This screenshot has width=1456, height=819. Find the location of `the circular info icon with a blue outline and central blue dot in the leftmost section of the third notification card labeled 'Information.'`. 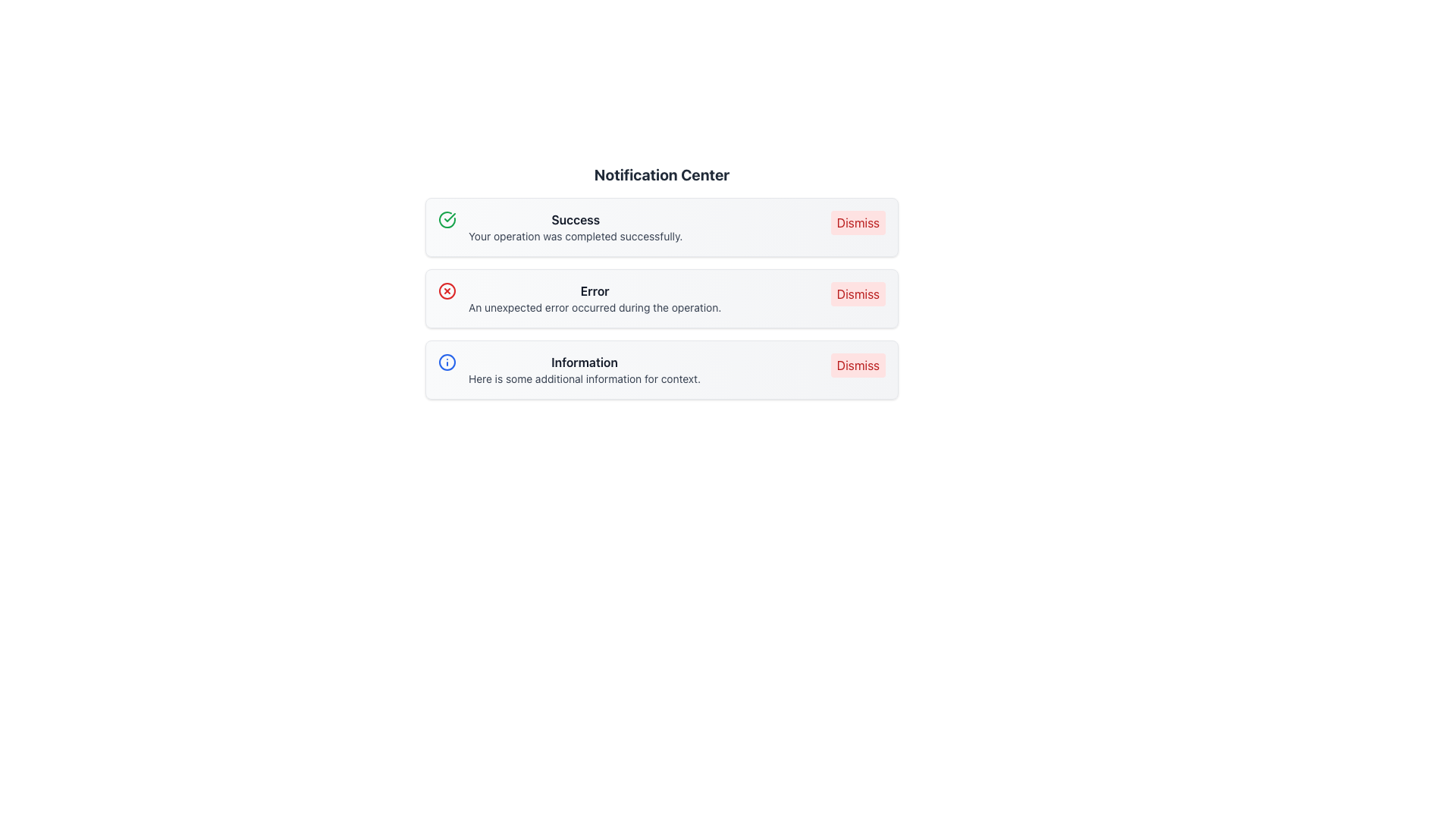

the circular info icon with a blue outline and central blue dot in the leftmost section of the third notification card labeled 'Information.' is located at coordinates (447, 362).